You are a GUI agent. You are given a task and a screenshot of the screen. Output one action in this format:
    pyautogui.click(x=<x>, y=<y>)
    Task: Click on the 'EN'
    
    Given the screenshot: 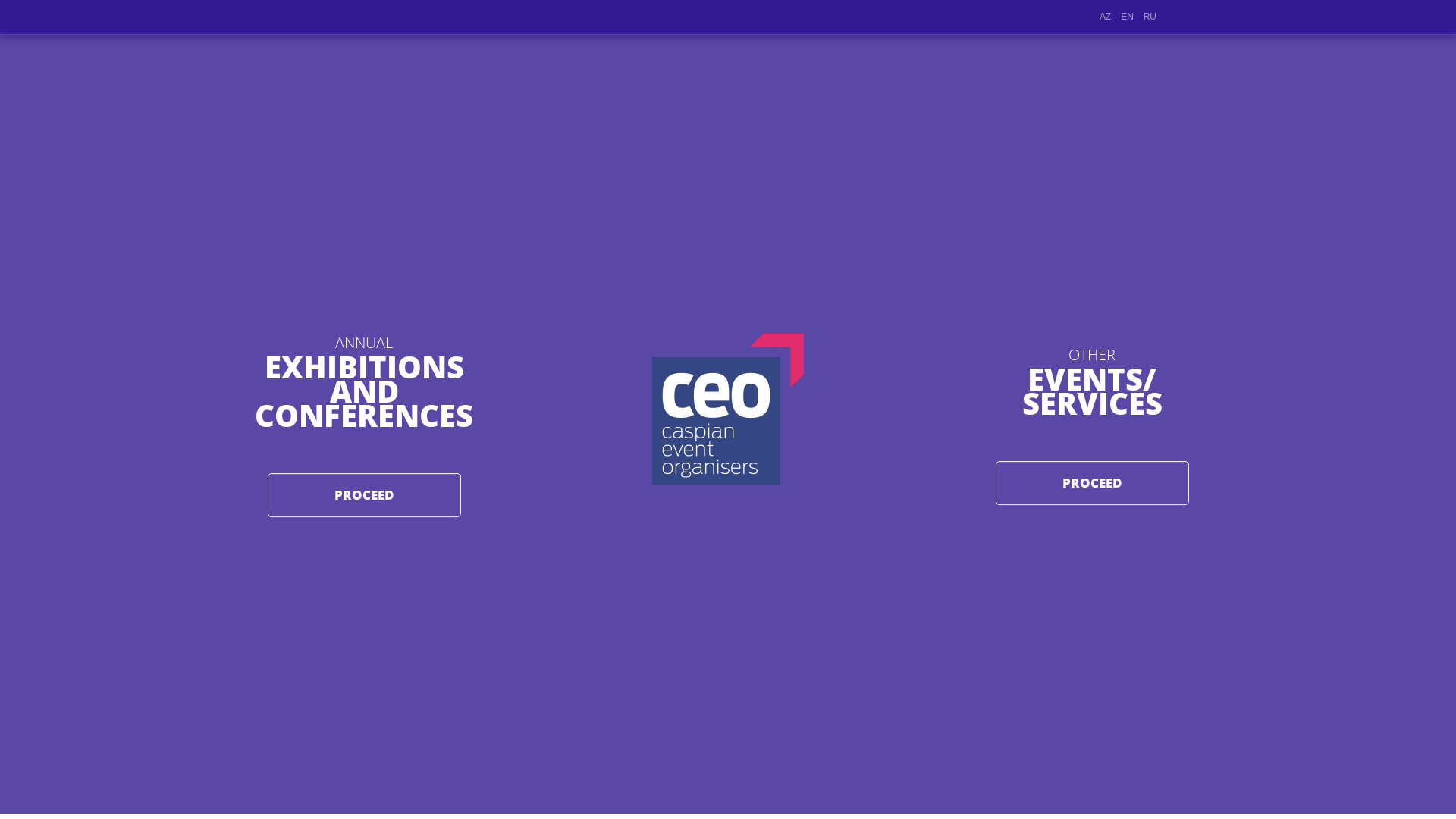 What is the action you would take?
    pyautogui.click(x=1127, y=17)
    